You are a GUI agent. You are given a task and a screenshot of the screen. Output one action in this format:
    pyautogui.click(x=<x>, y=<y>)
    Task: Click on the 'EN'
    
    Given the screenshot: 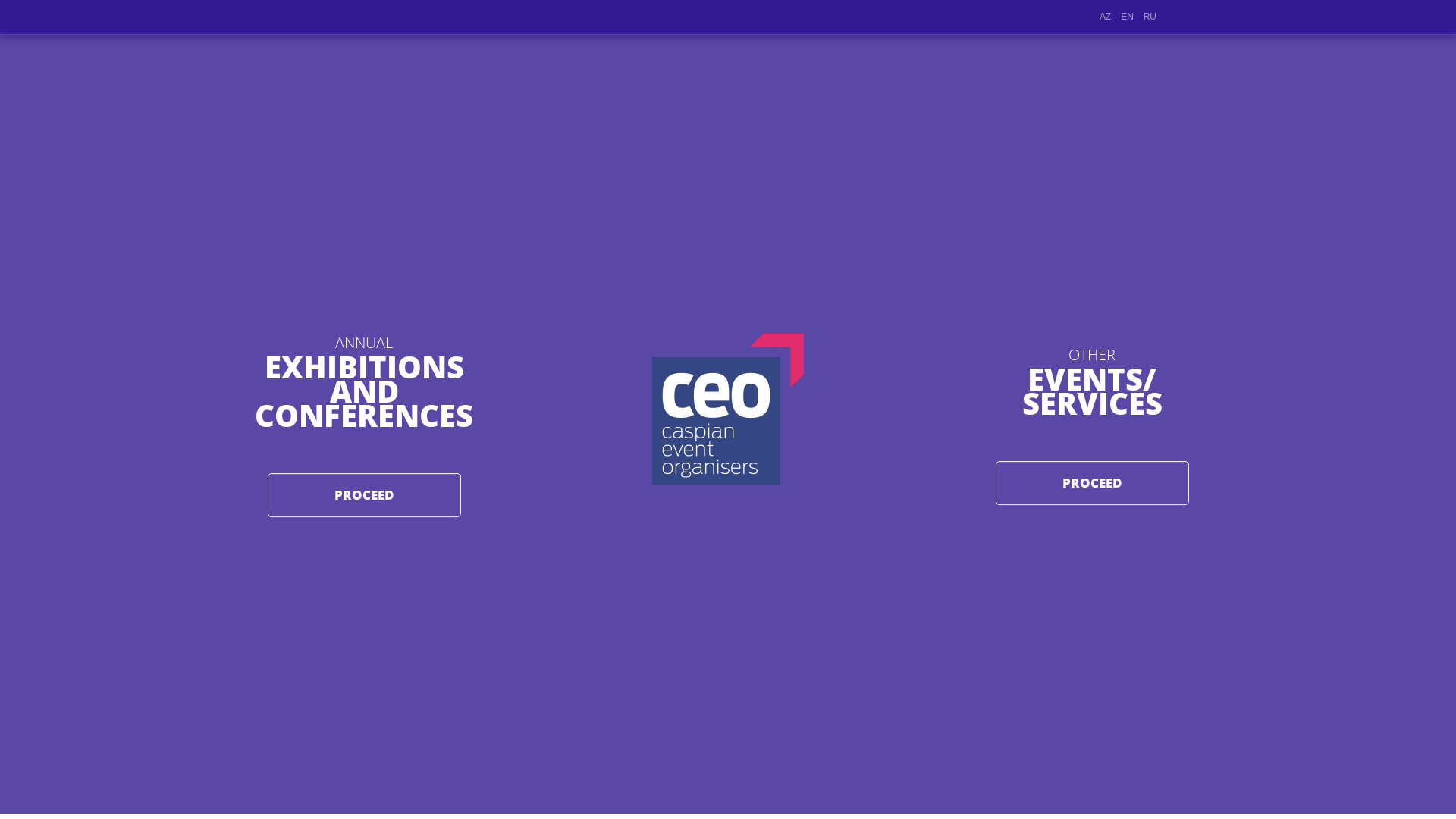 What is the action you would take?
    pyautogui.click(x=1127, y=17)
    